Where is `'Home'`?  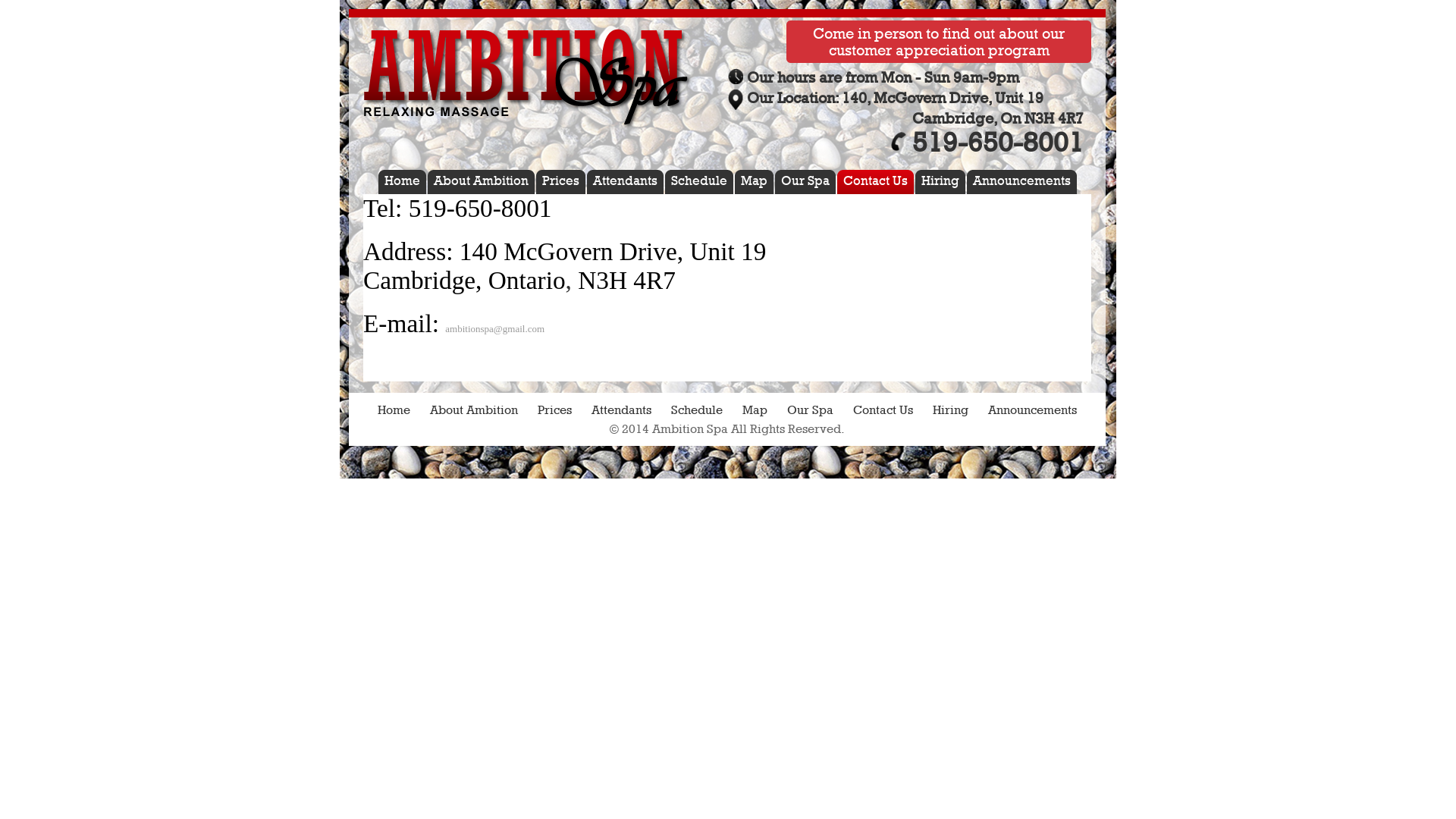
'Home' is located at coordinates (394, 409).